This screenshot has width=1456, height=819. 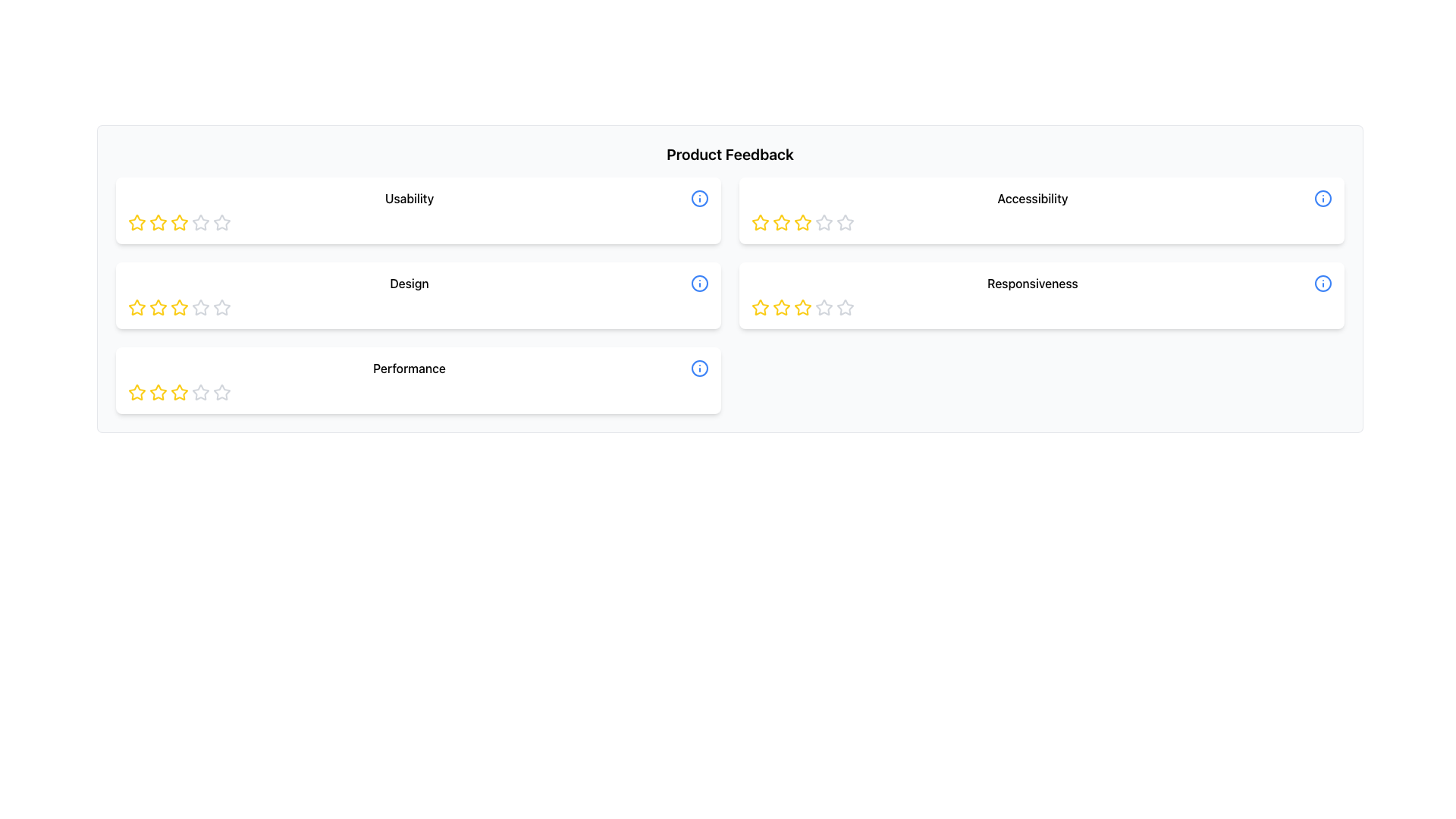 What do you see at coordinates (179, 222) in the screenshot?
I see `the second rating star button in the 'Usability' rating row of the 'Product Feedback' section` at bounding box center [179, 222].